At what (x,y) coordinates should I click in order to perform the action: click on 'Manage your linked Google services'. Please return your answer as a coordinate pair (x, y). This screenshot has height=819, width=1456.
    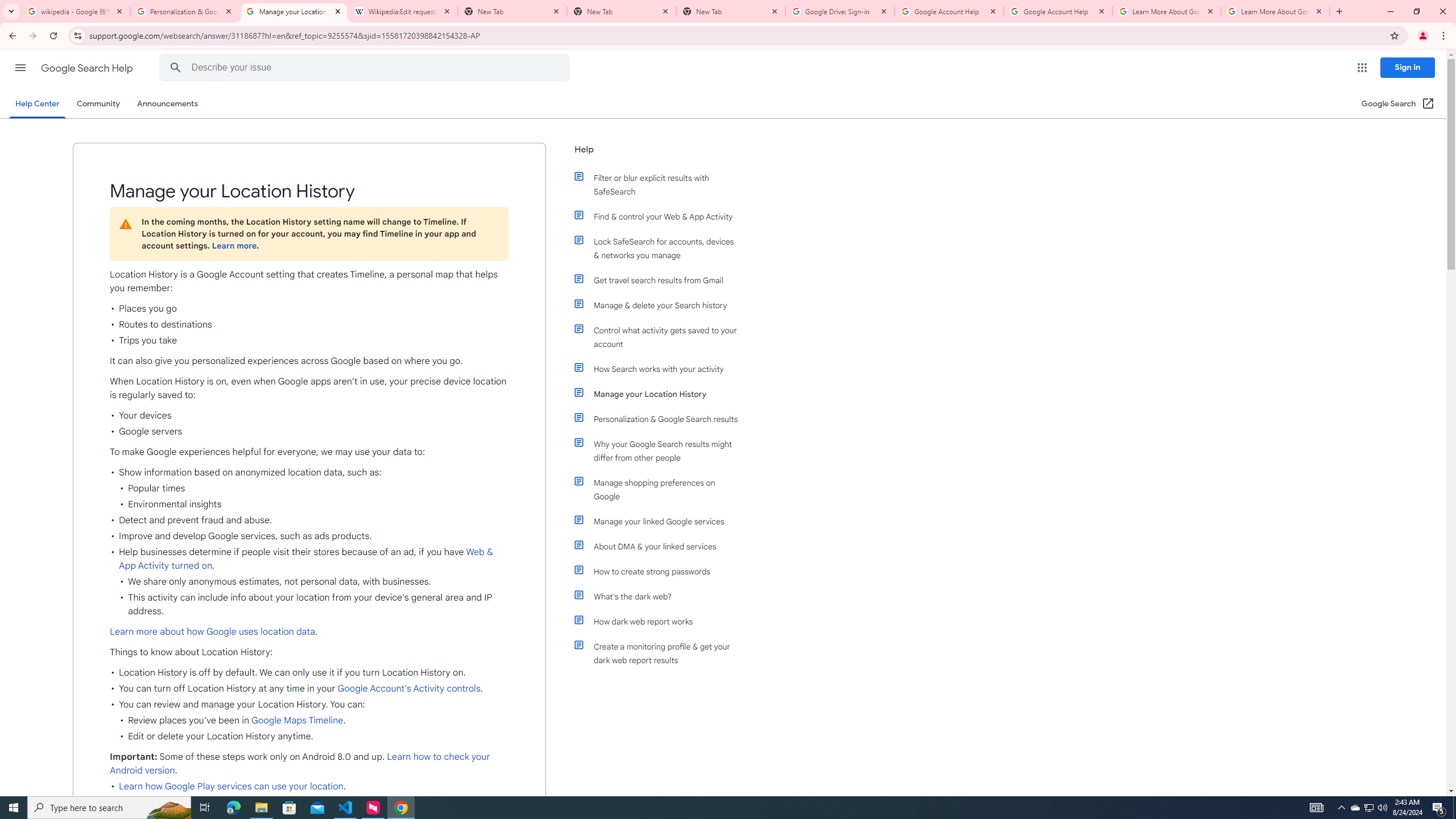
    Looking at the image, I should click on (661, 521).